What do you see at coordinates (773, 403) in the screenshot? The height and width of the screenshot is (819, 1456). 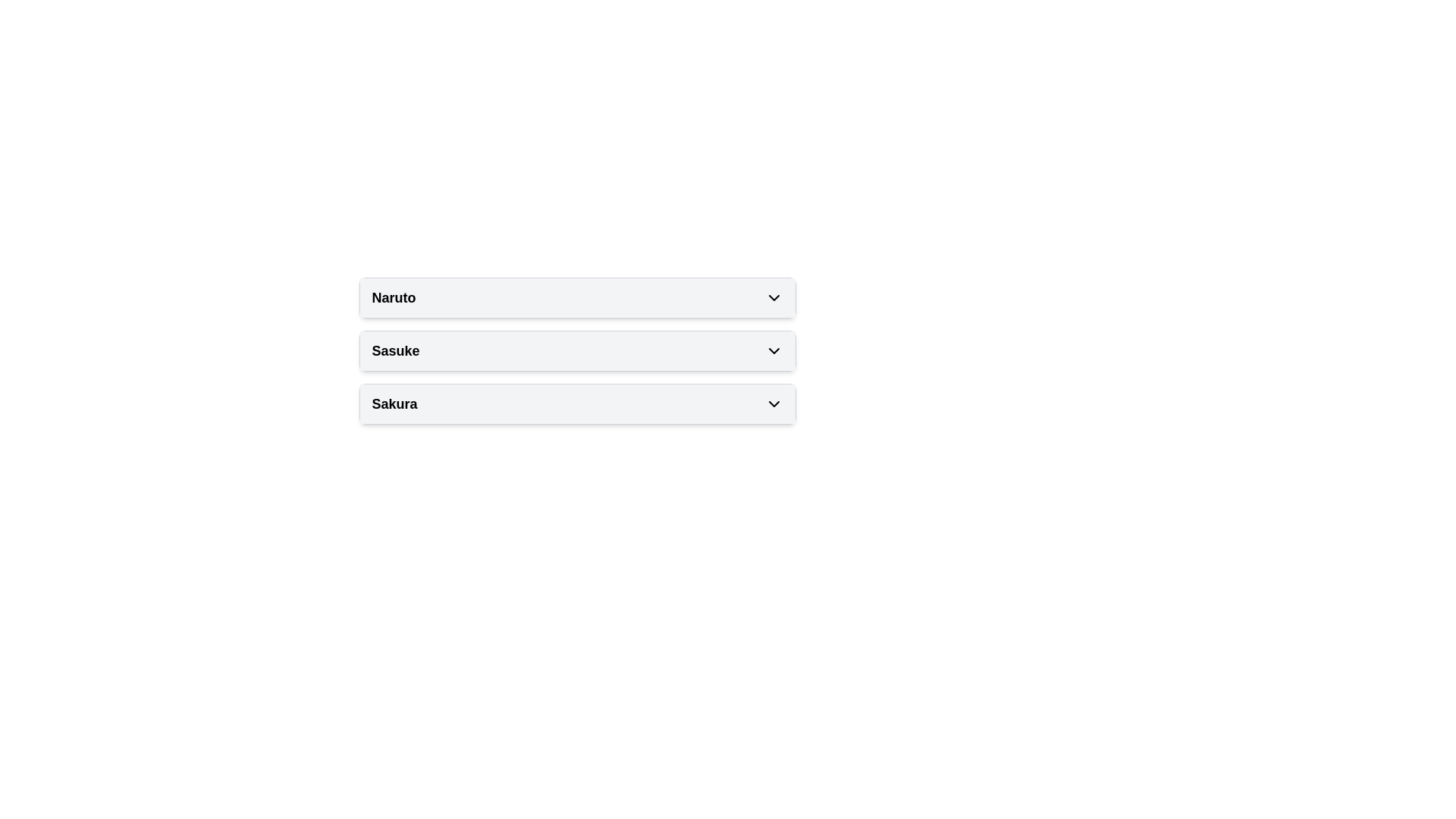 I see `the Dropdown toggle icon, which is a downward-facing chevron located at the rightmost edge of the gray bar containing the text 'Sakura'` at bounding box center [773, 403].